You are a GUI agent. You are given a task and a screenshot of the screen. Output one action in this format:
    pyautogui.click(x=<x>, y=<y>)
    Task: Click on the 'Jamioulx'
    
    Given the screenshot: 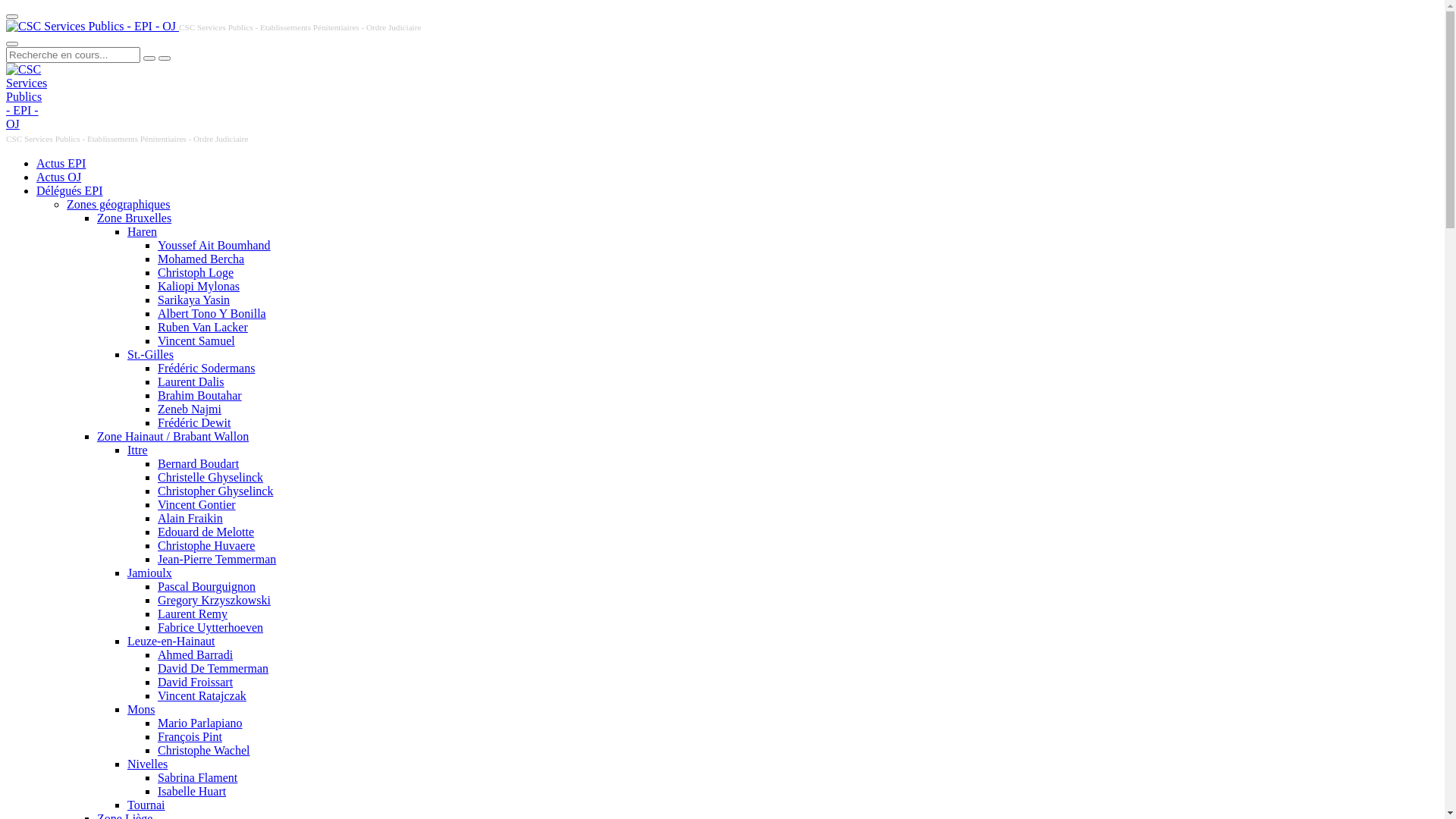 What is the action you would take?
    pyautogui.click(x=127, y=573)
    